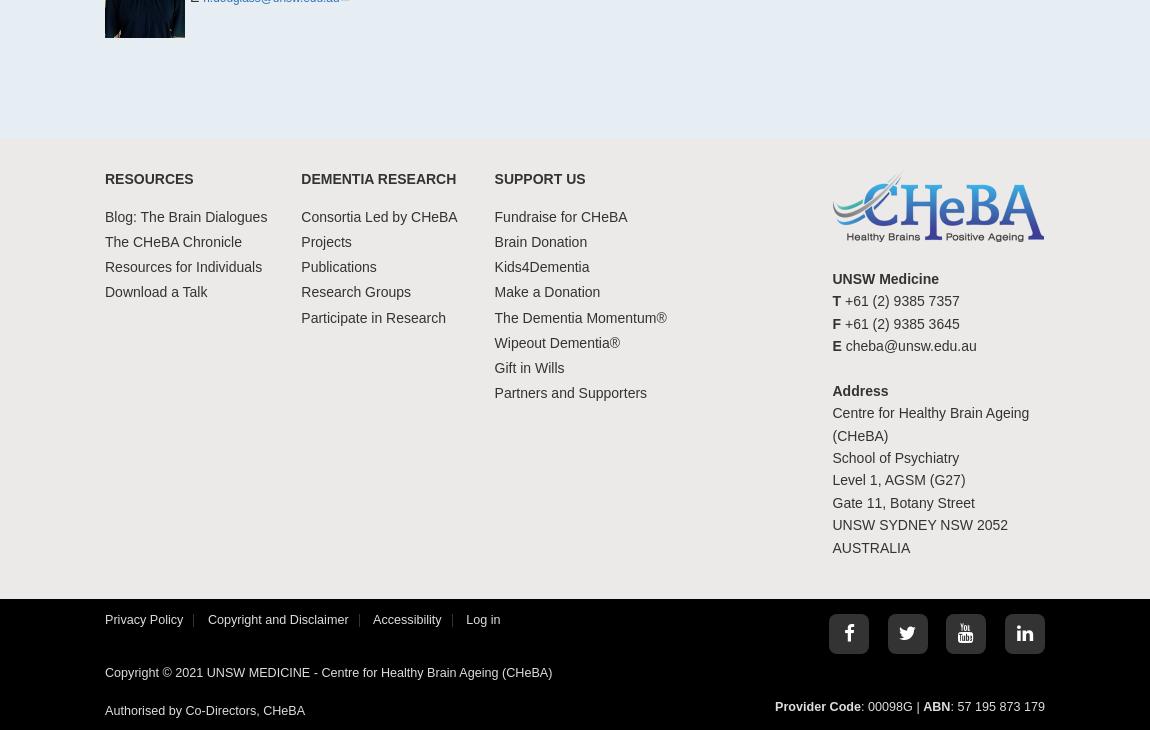  Describe the element at coordinates (816, 705) in the screenshot. I see `'Provider Code'` at that location.